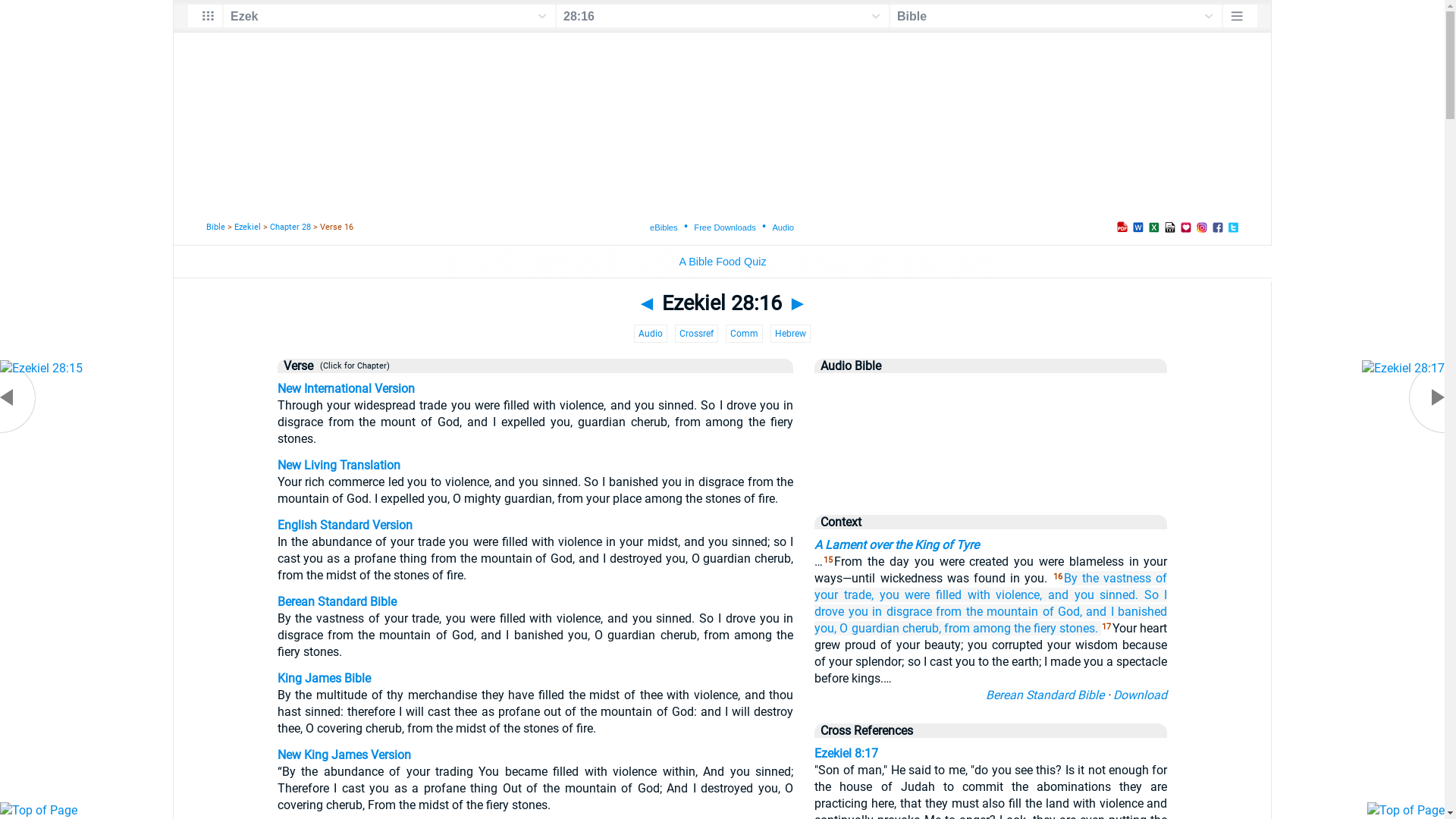 The image size is (1456, 819). I want to click on 'with violence,', so click(1005, 594).